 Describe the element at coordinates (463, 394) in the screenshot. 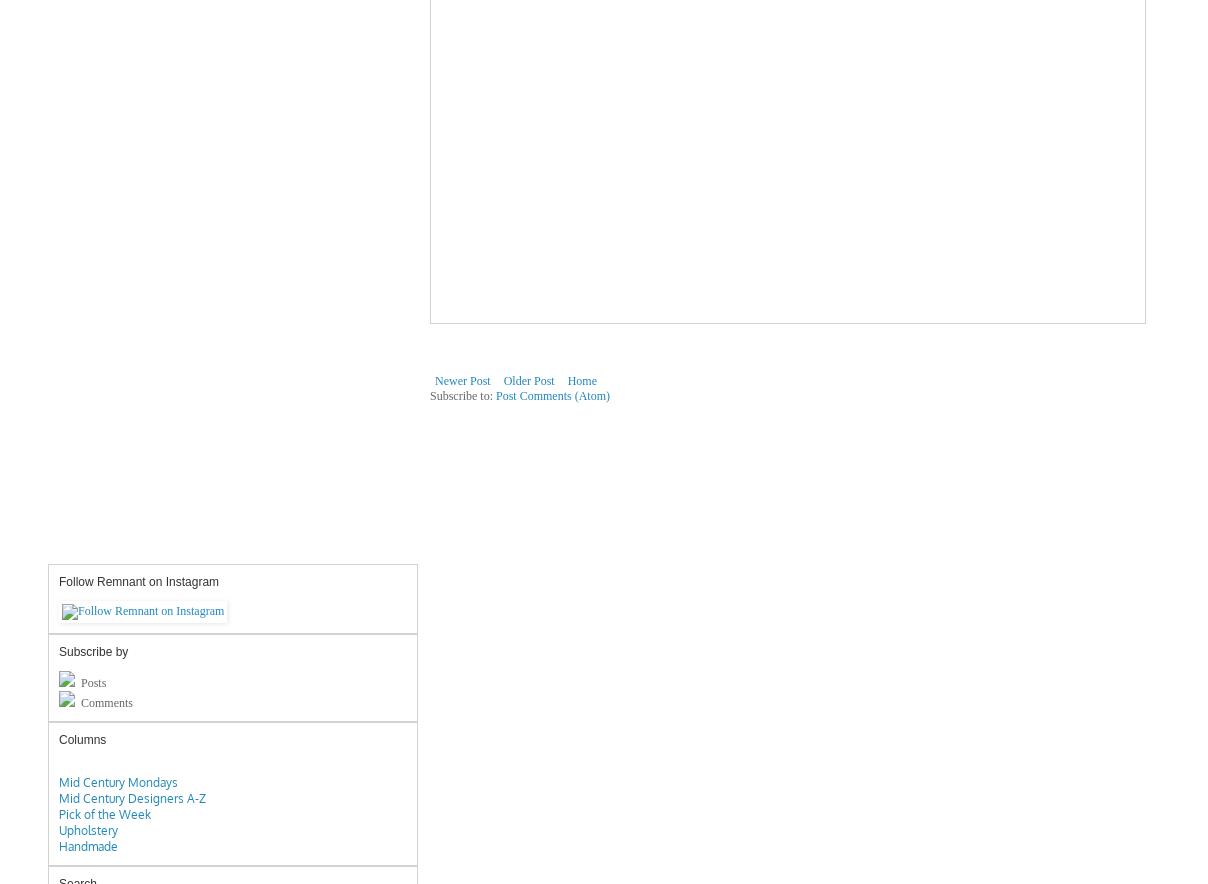

I see `'Subscribe to:'` at that location.